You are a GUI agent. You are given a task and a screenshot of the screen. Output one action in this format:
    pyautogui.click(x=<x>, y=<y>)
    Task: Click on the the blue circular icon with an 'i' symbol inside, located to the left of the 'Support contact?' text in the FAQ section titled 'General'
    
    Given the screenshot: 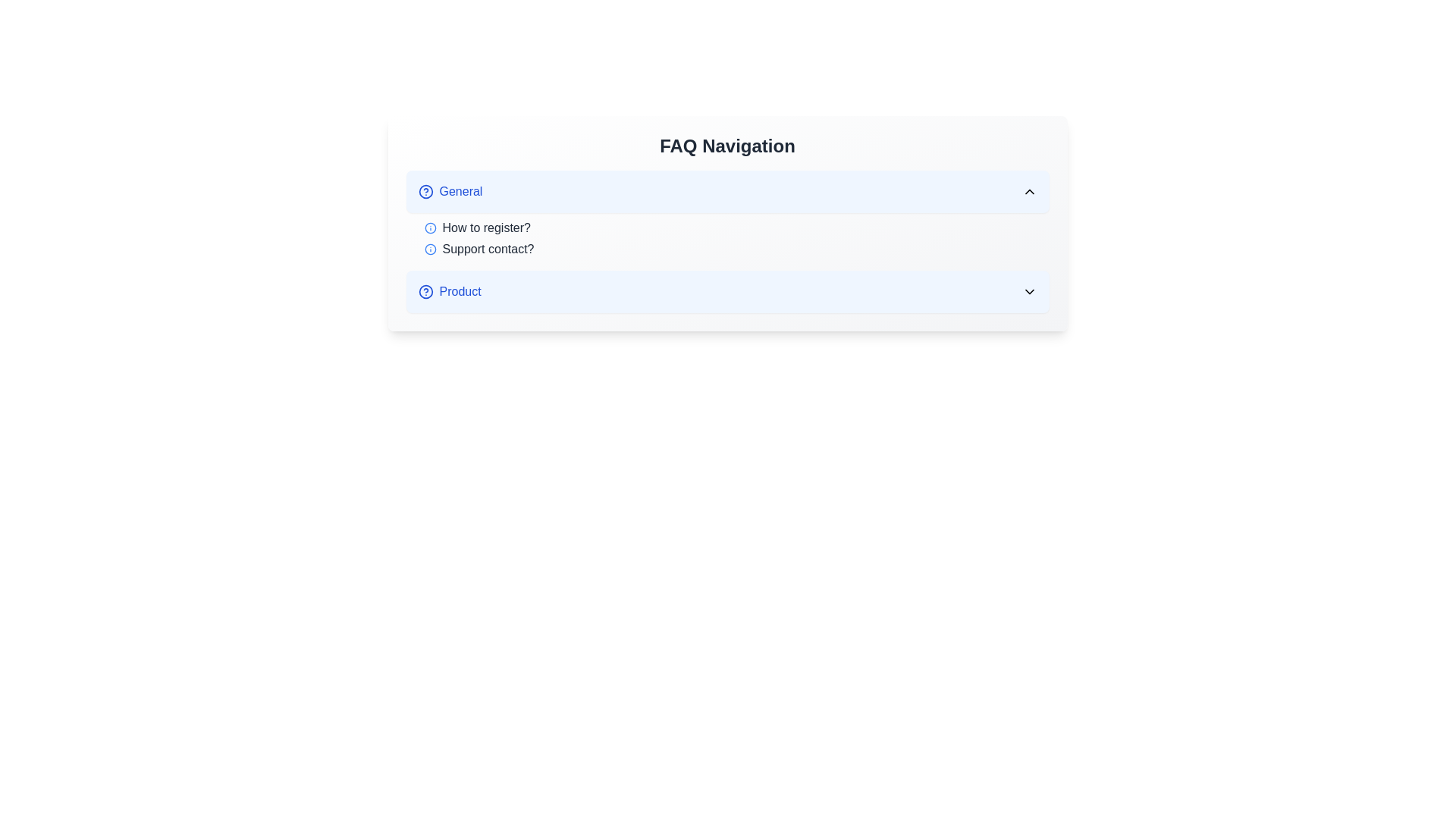 What is the action you would take?
    pyautogui.click(x=429, y=248)
    